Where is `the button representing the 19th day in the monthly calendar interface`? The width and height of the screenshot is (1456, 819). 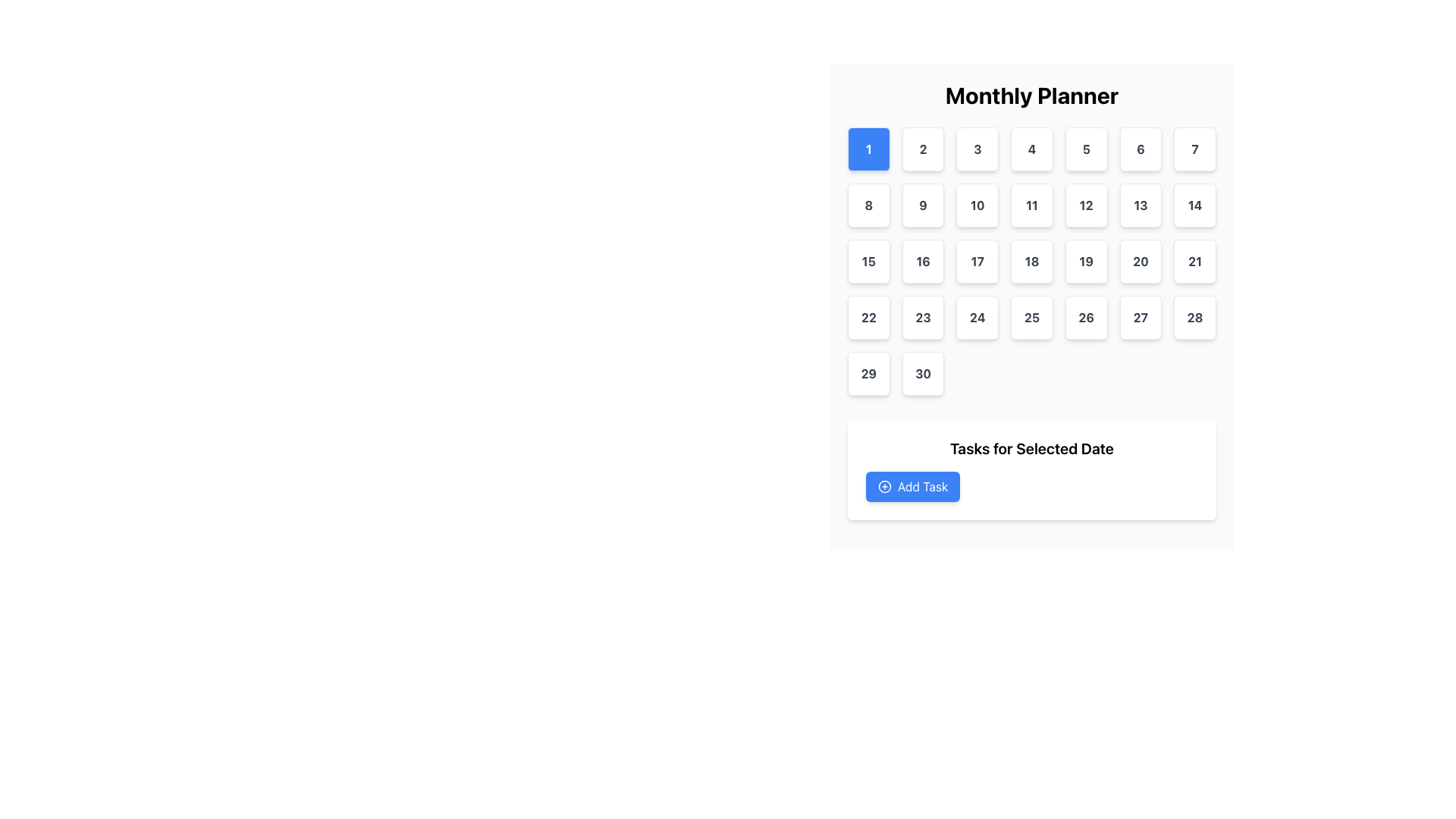 the button representing the 19th day in the monthly calendar interface is located at coordinates (1085, 260).